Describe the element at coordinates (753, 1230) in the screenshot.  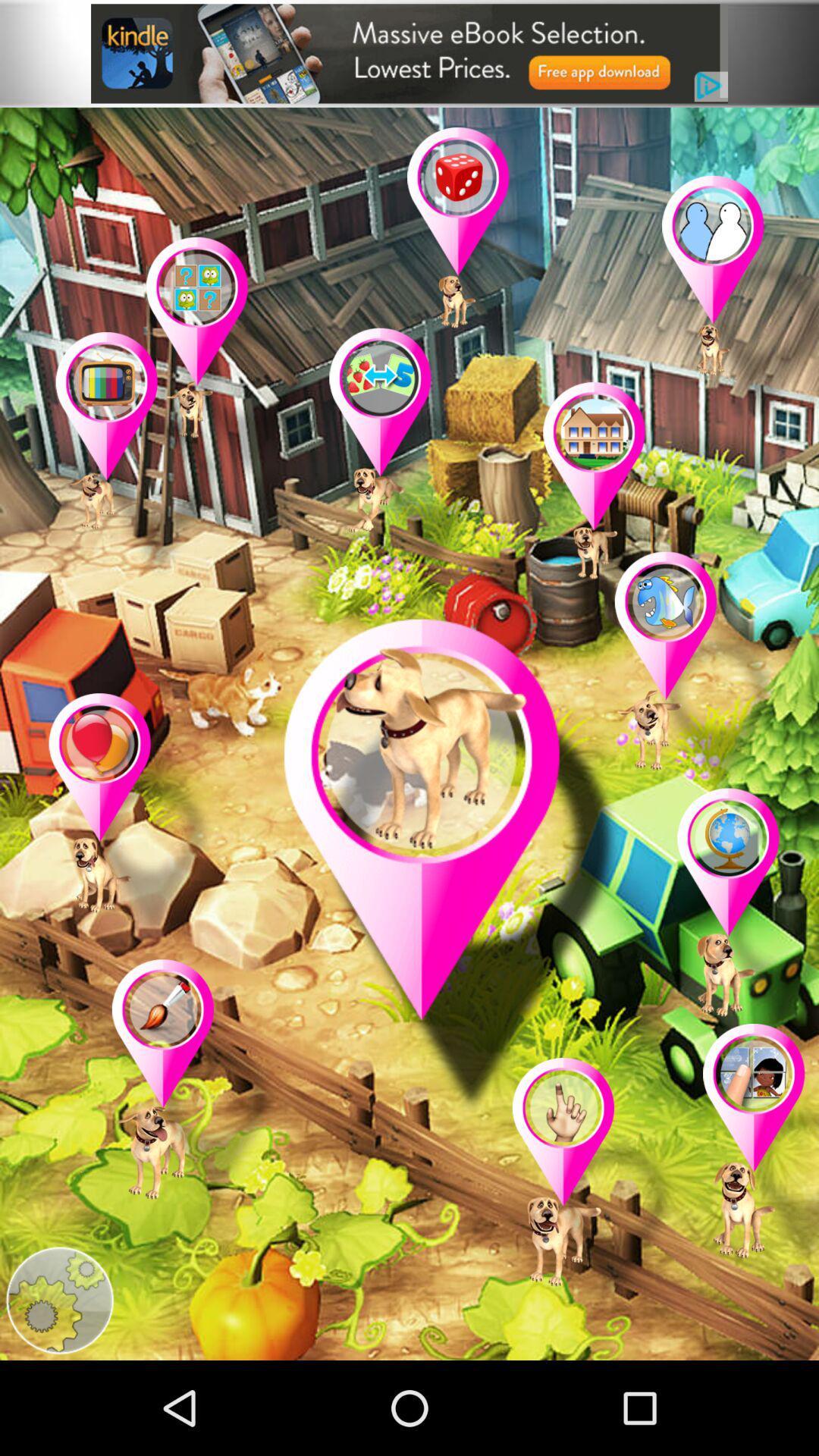
I see `the location icon` at that location.